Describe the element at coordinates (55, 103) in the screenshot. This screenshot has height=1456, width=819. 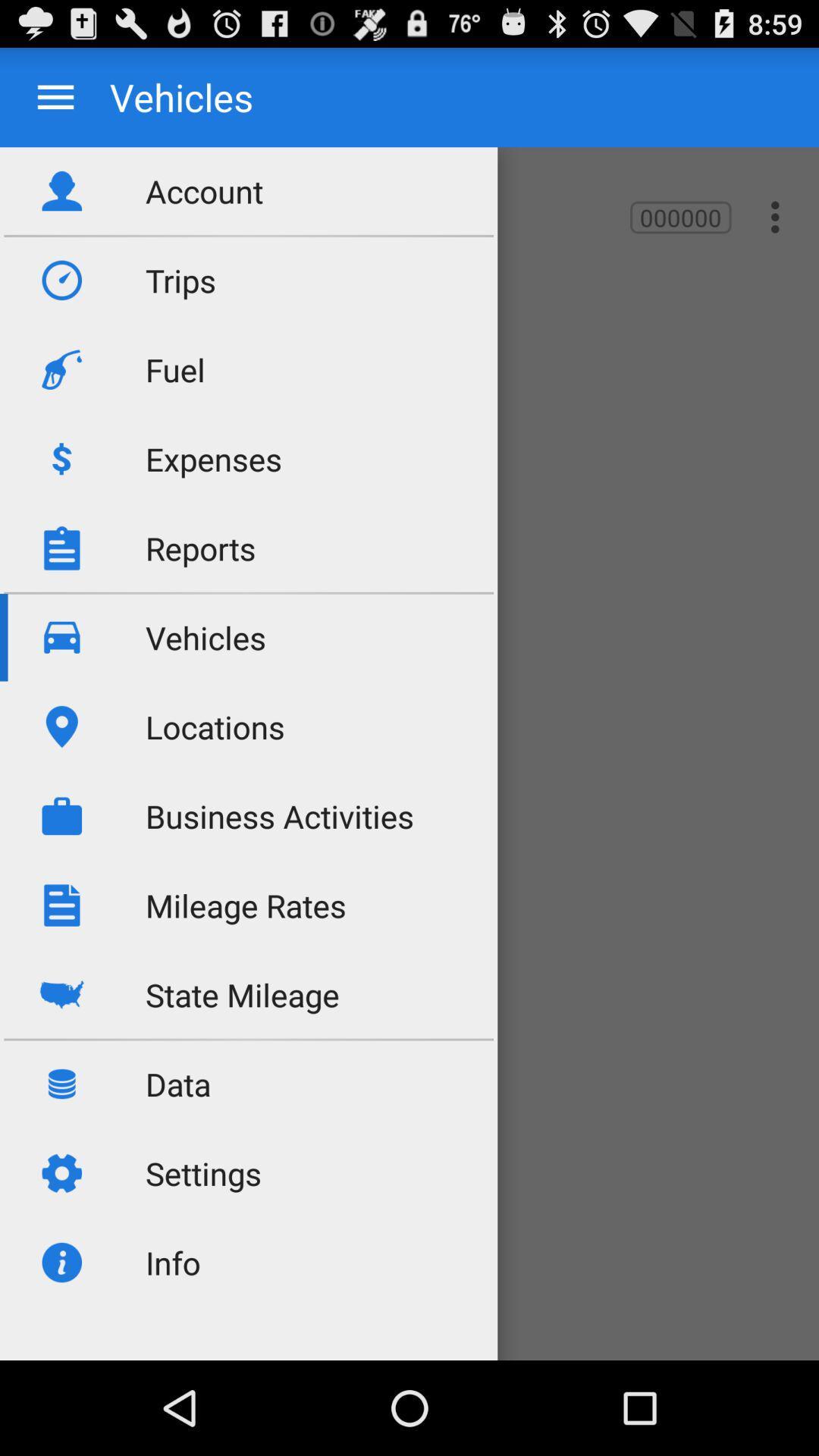
I see `the menu icon` at that location.